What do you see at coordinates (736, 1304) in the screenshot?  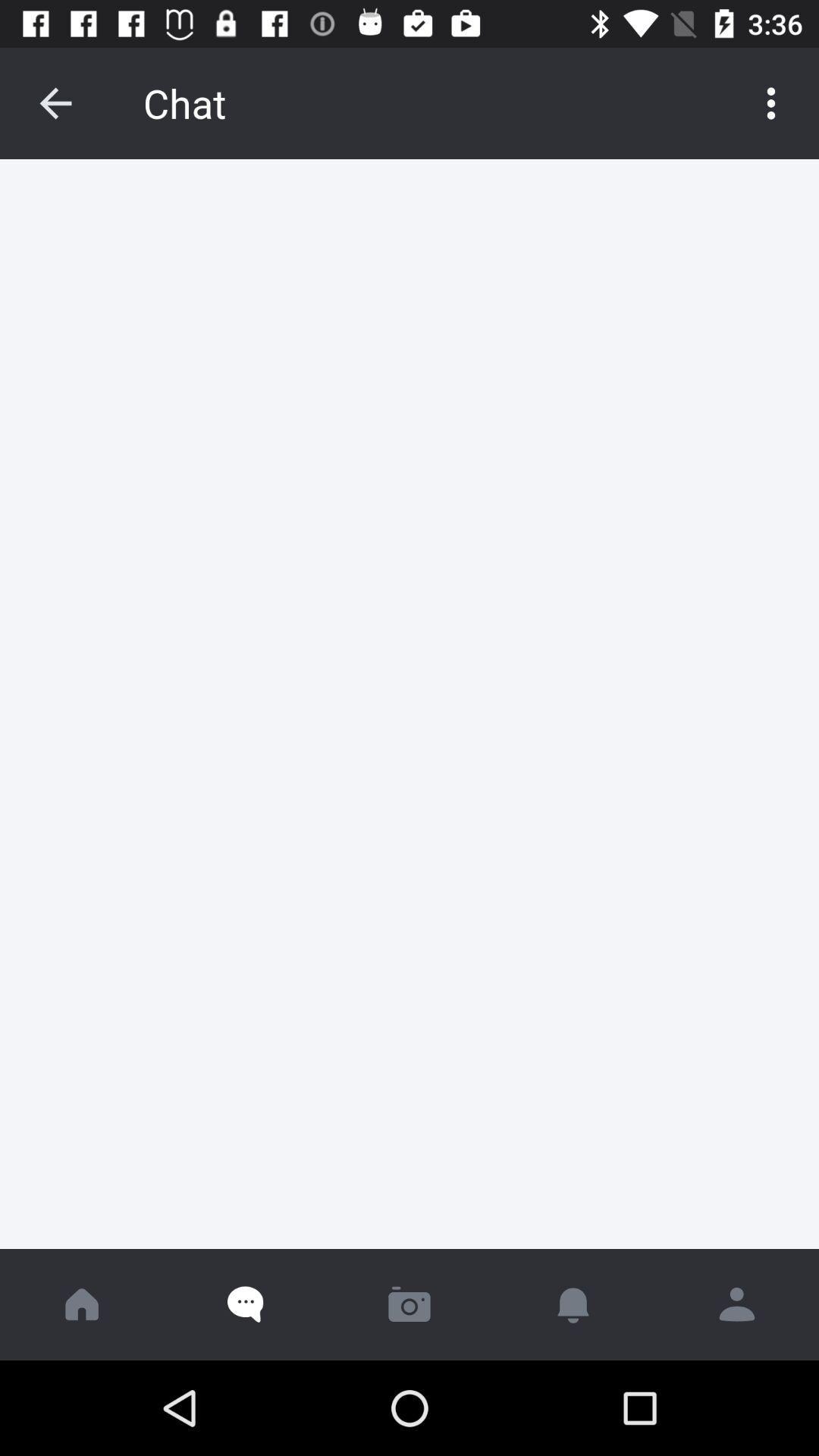 I see `the avatar icon` at bounding box center [736, 1304].